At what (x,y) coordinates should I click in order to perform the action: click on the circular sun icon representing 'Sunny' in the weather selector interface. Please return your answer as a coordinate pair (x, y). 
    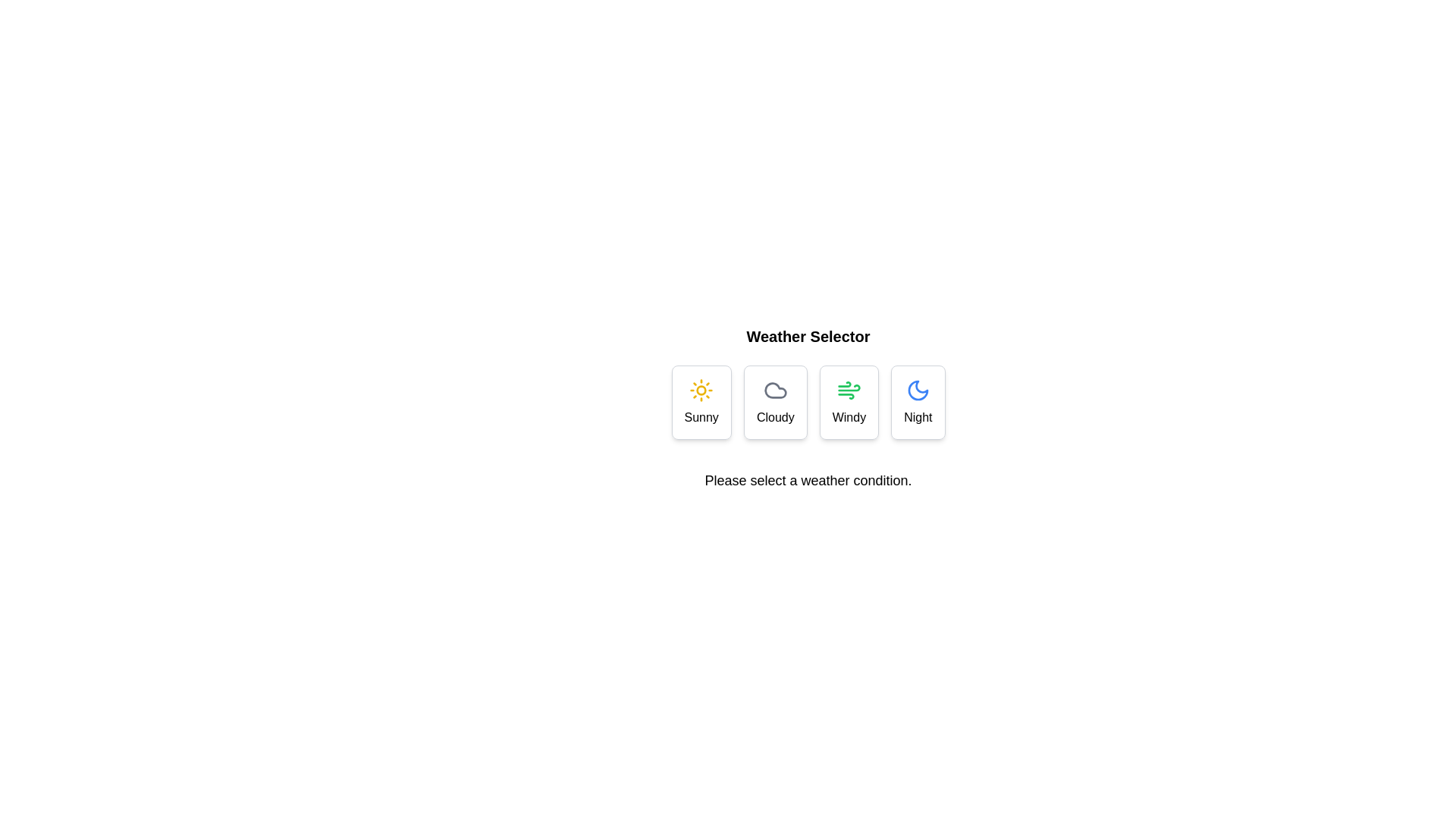
    Looking at the image, I should click on (701, 390).